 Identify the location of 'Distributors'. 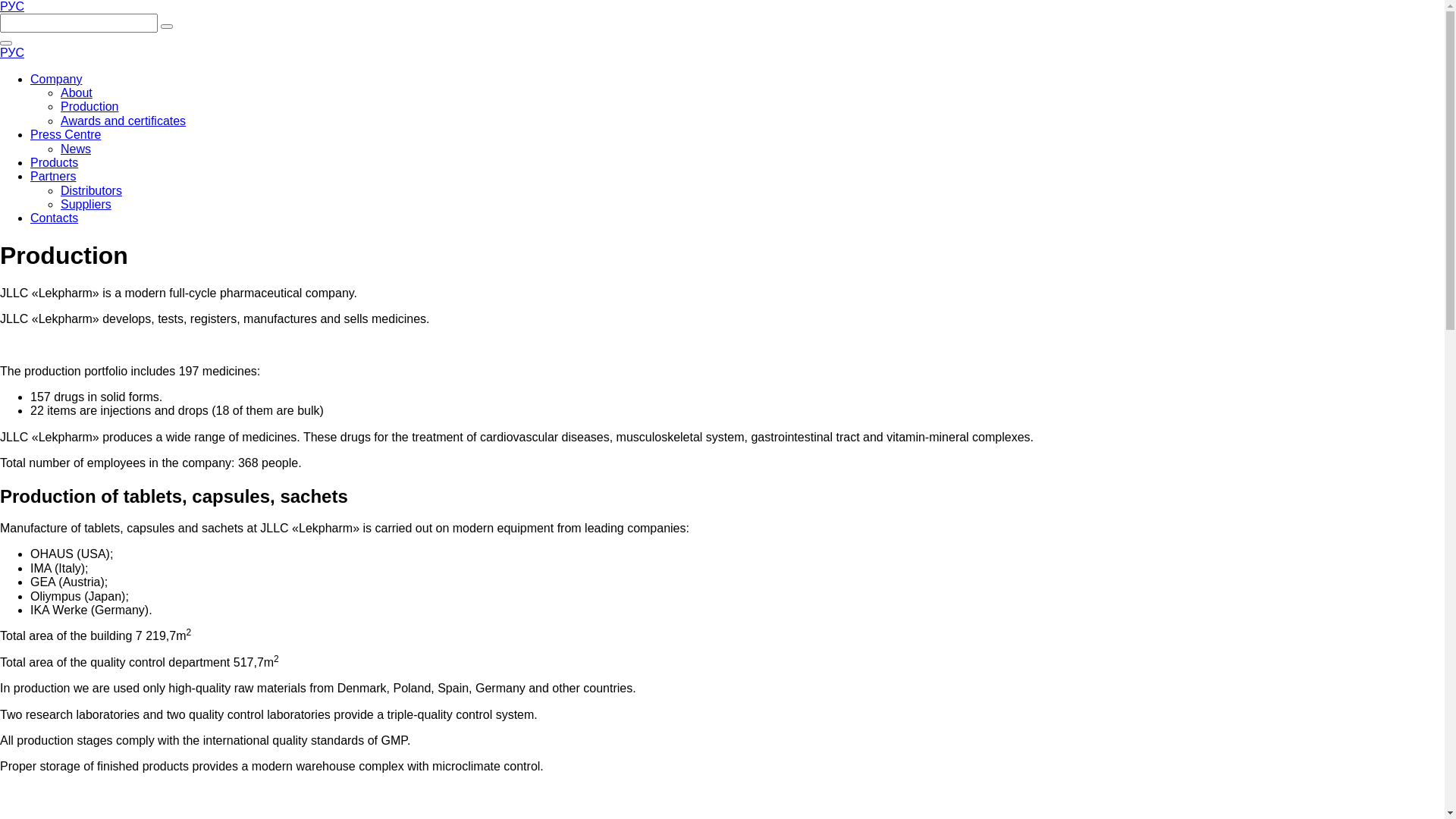
(90, 190).